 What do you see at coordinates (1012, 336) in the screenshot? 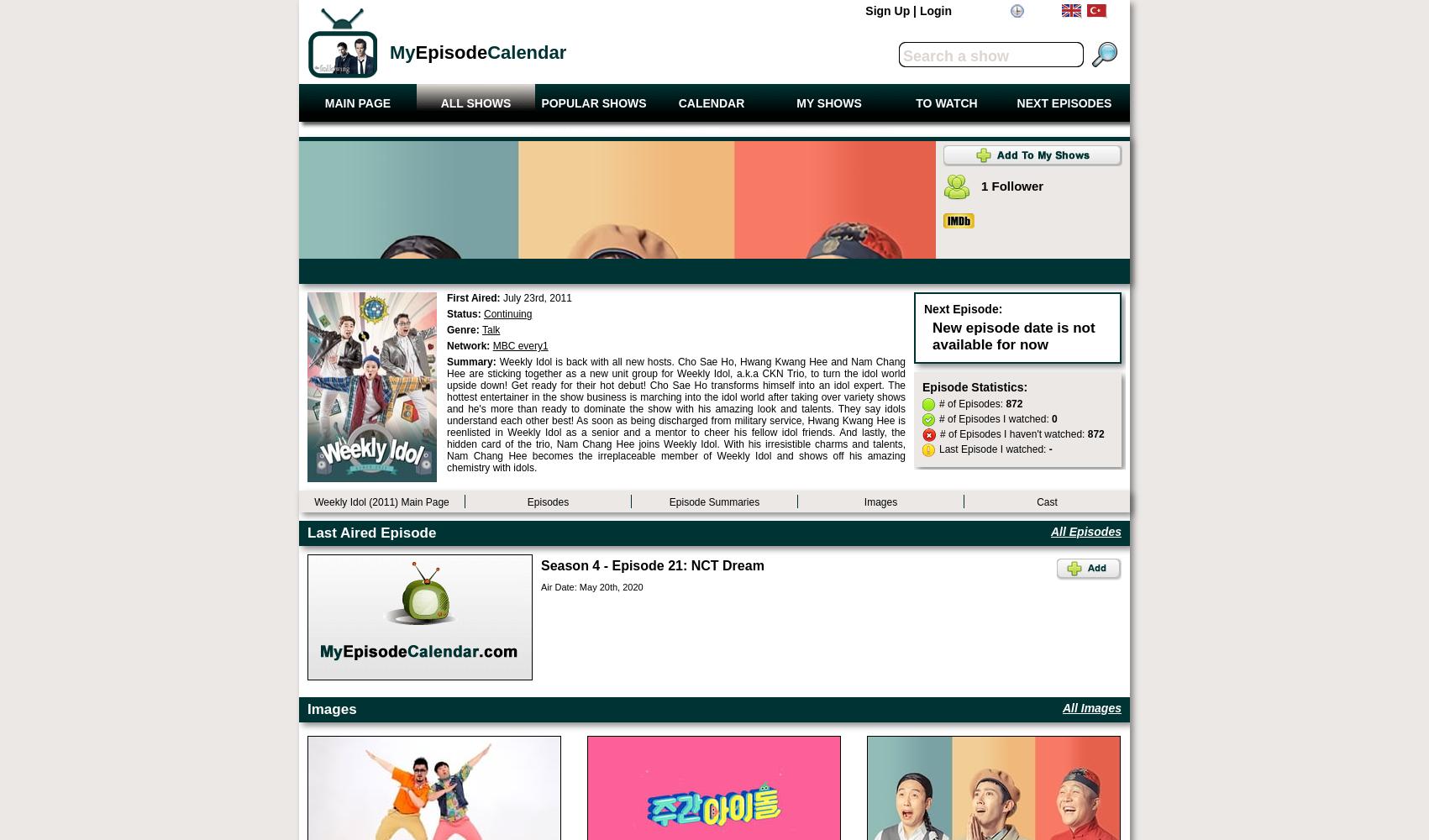
I see `'New episode date is not available for now'` at bounding box center [1012, 336].